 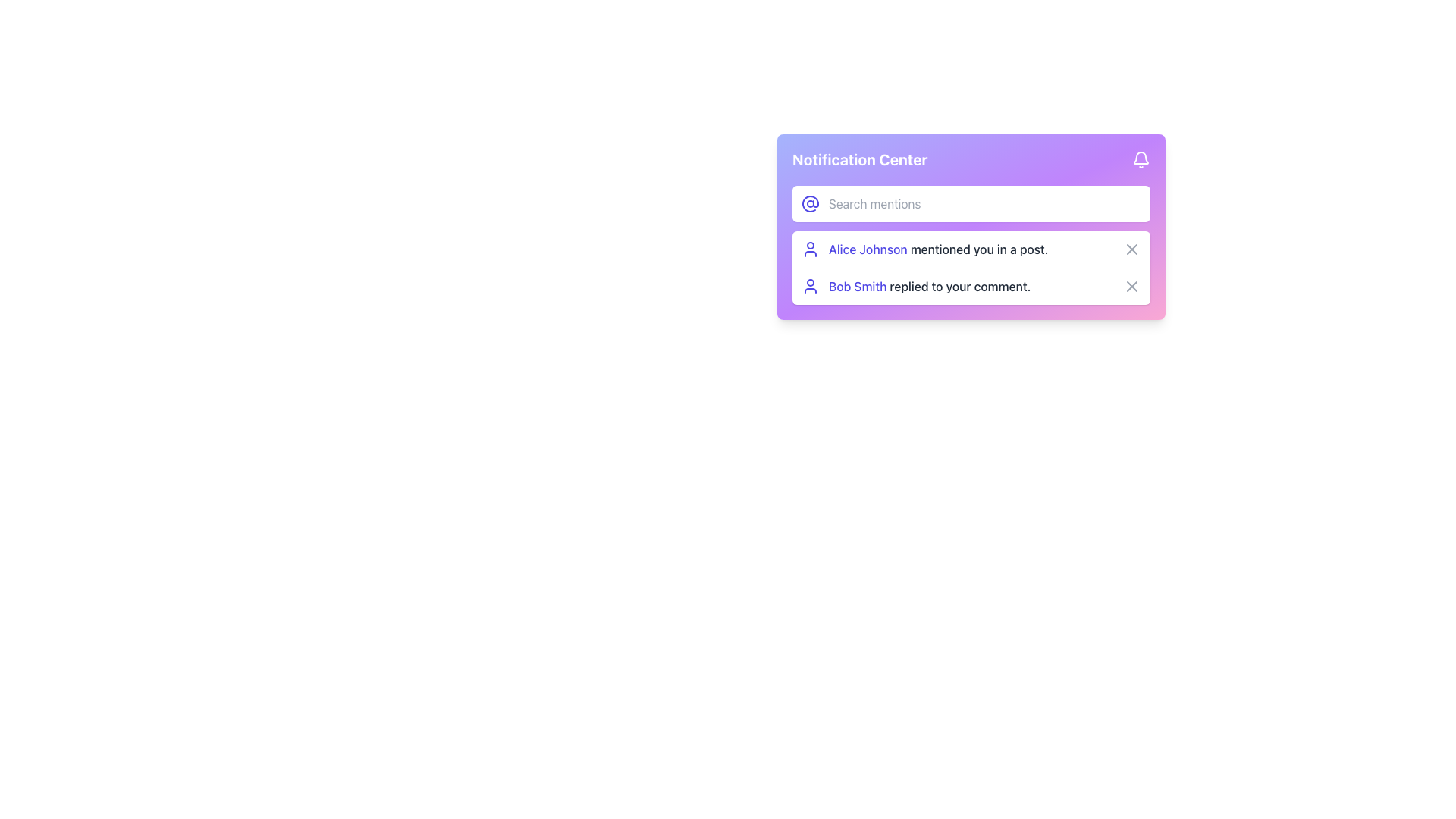 I want to click on the search icon within the notification center, which signifies the search functionality and is positioned to the left of the 'Search mentions' placeholder text, so click(x=810, y=203).